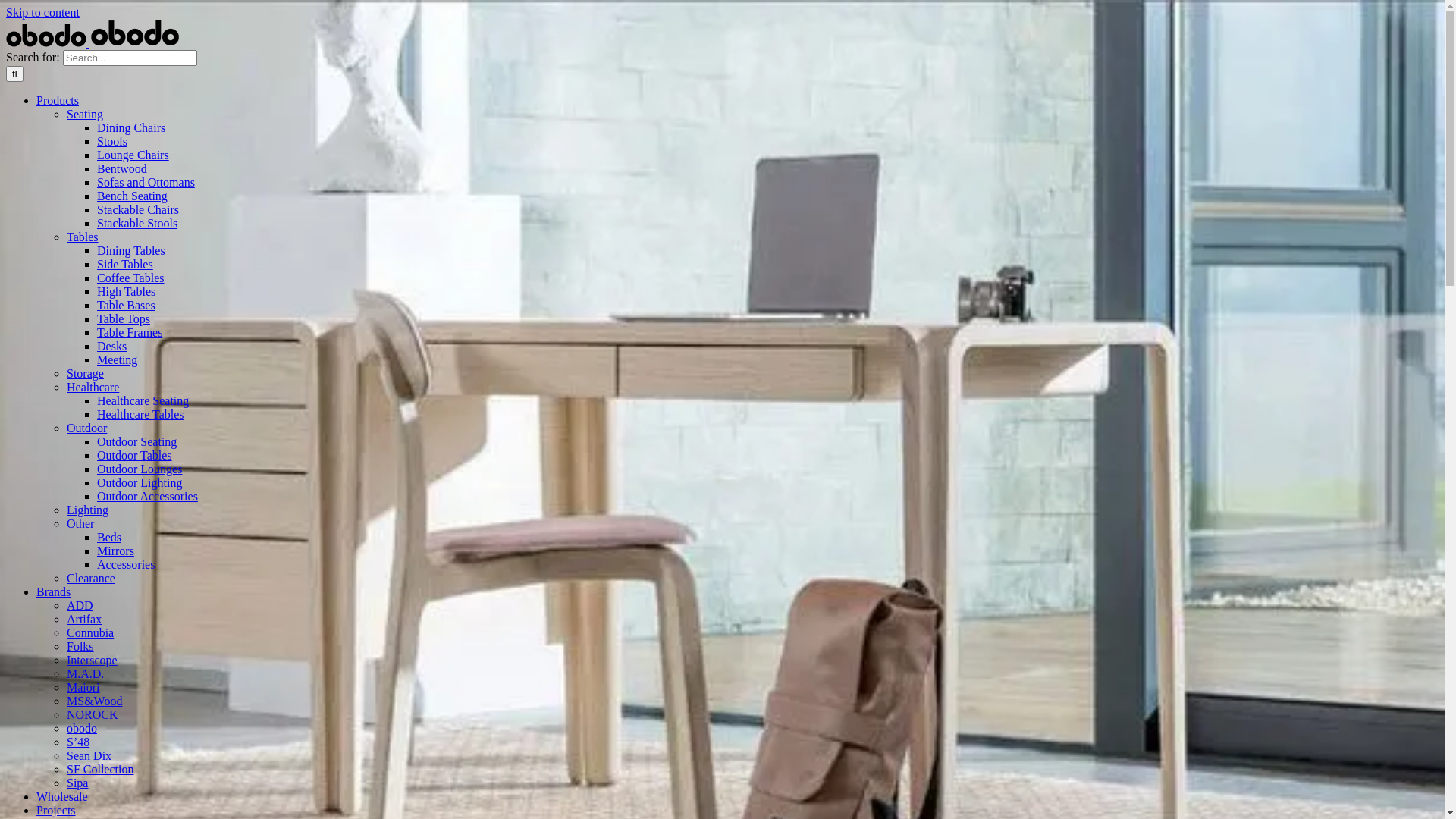  I want to click on 'Outdoor Accessories', so click(147, 496).